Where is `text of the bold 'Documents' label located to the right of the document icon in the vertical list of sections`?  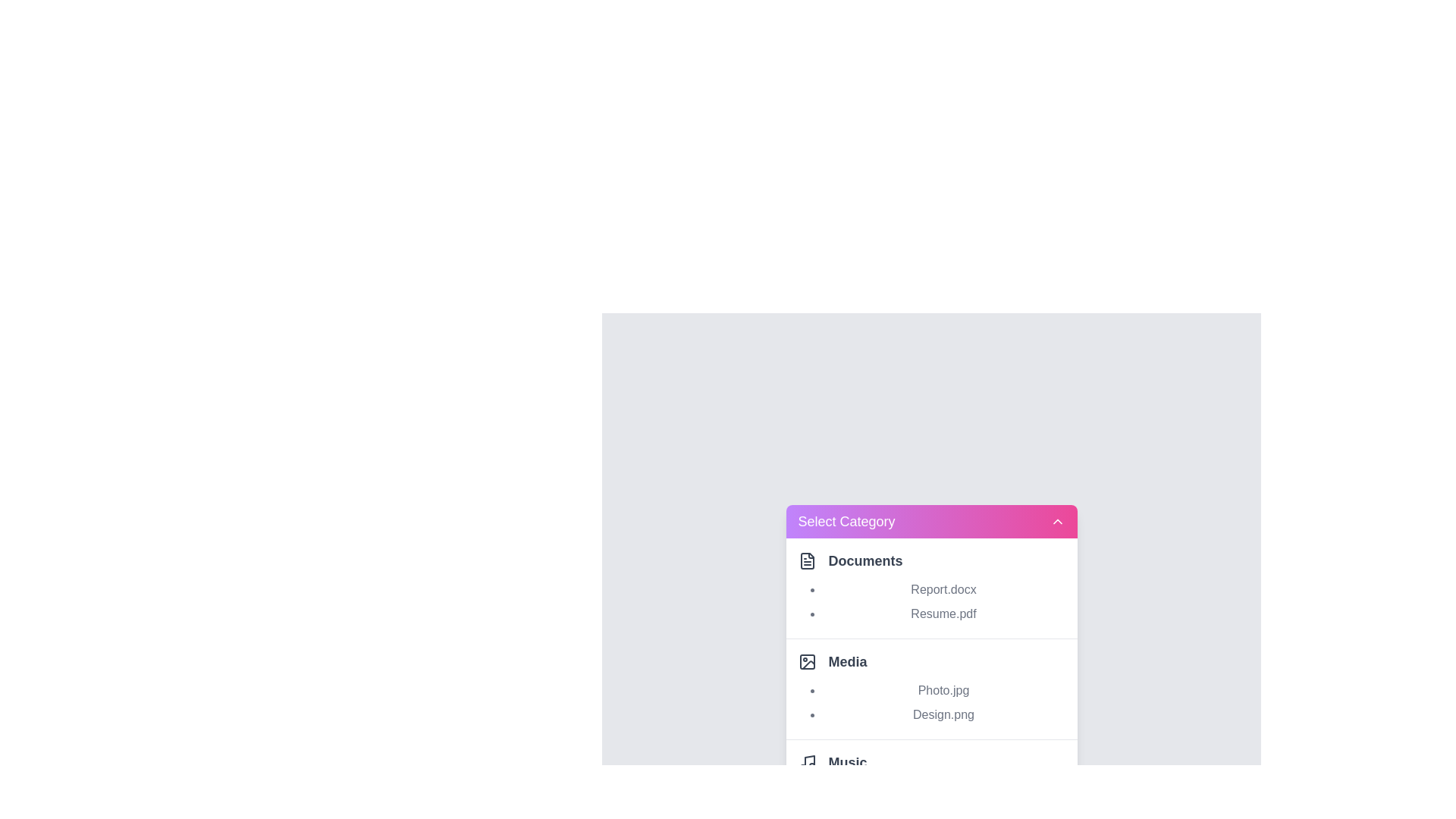
text of the bold 'Documents' label located to the right of the document icon in the vertical list of sections is located at coordinates (865, 560).